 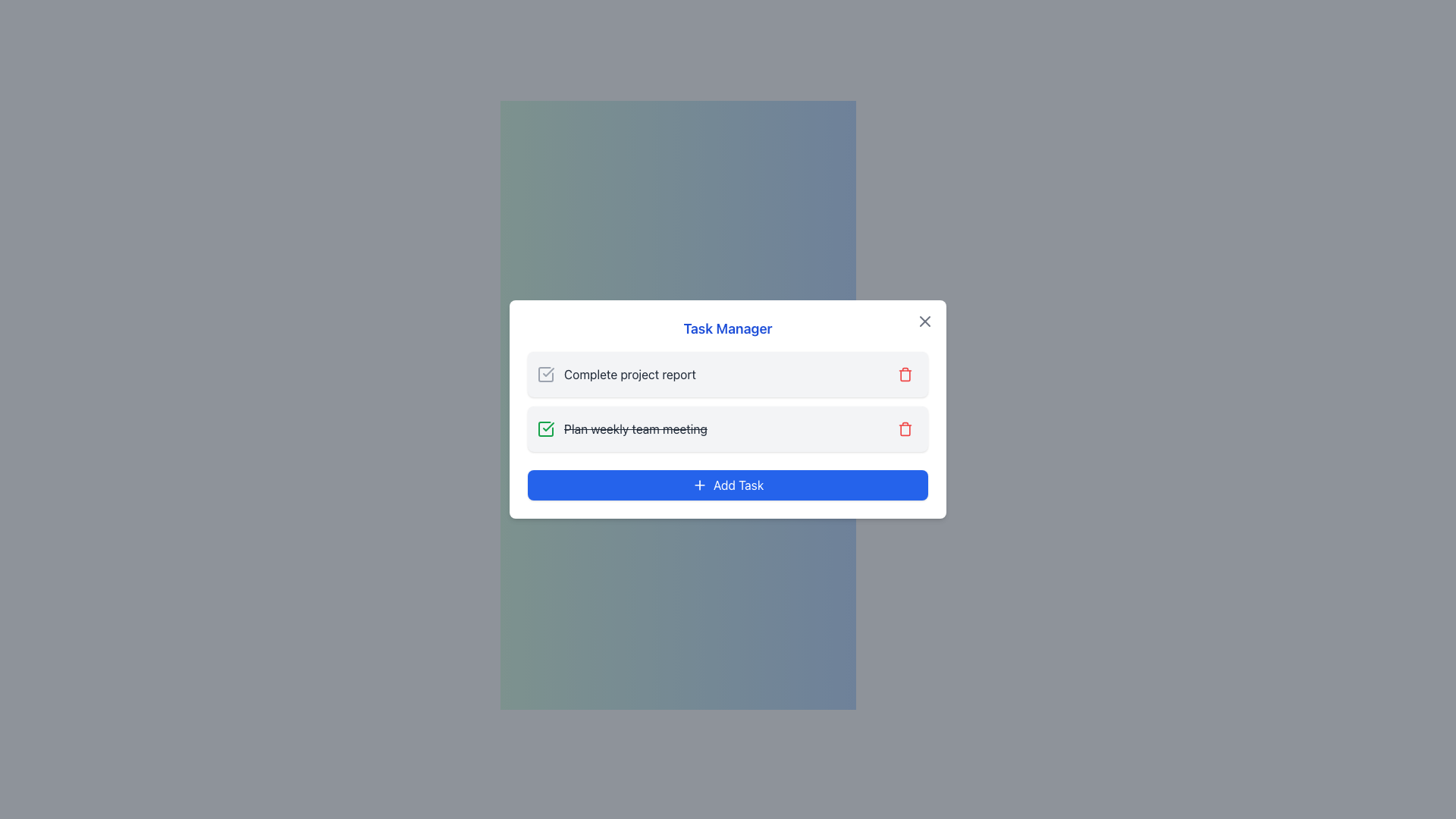 I want to click on the first checkbox next to the text 'Complete project report', so click(x=546, y=374).